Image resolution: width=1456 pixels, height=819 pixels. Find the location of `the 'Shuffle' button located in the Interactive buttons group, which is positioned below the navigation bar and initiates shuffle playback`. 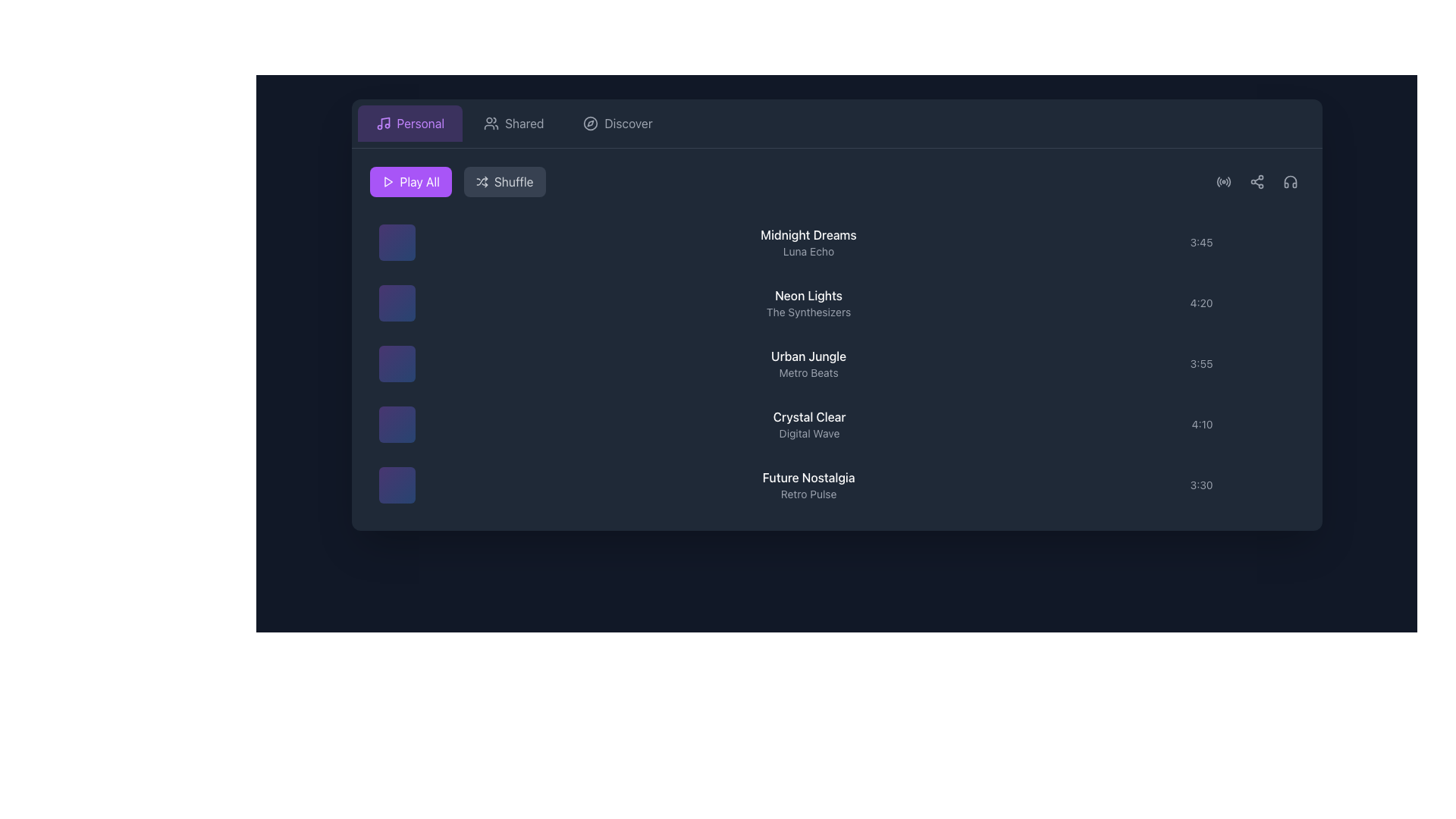

the 'Shuffle' button located in the Interactive buttons group, which is positioned below the navigation bar and initiates shuffle playback is located at coordinates (457, 180).